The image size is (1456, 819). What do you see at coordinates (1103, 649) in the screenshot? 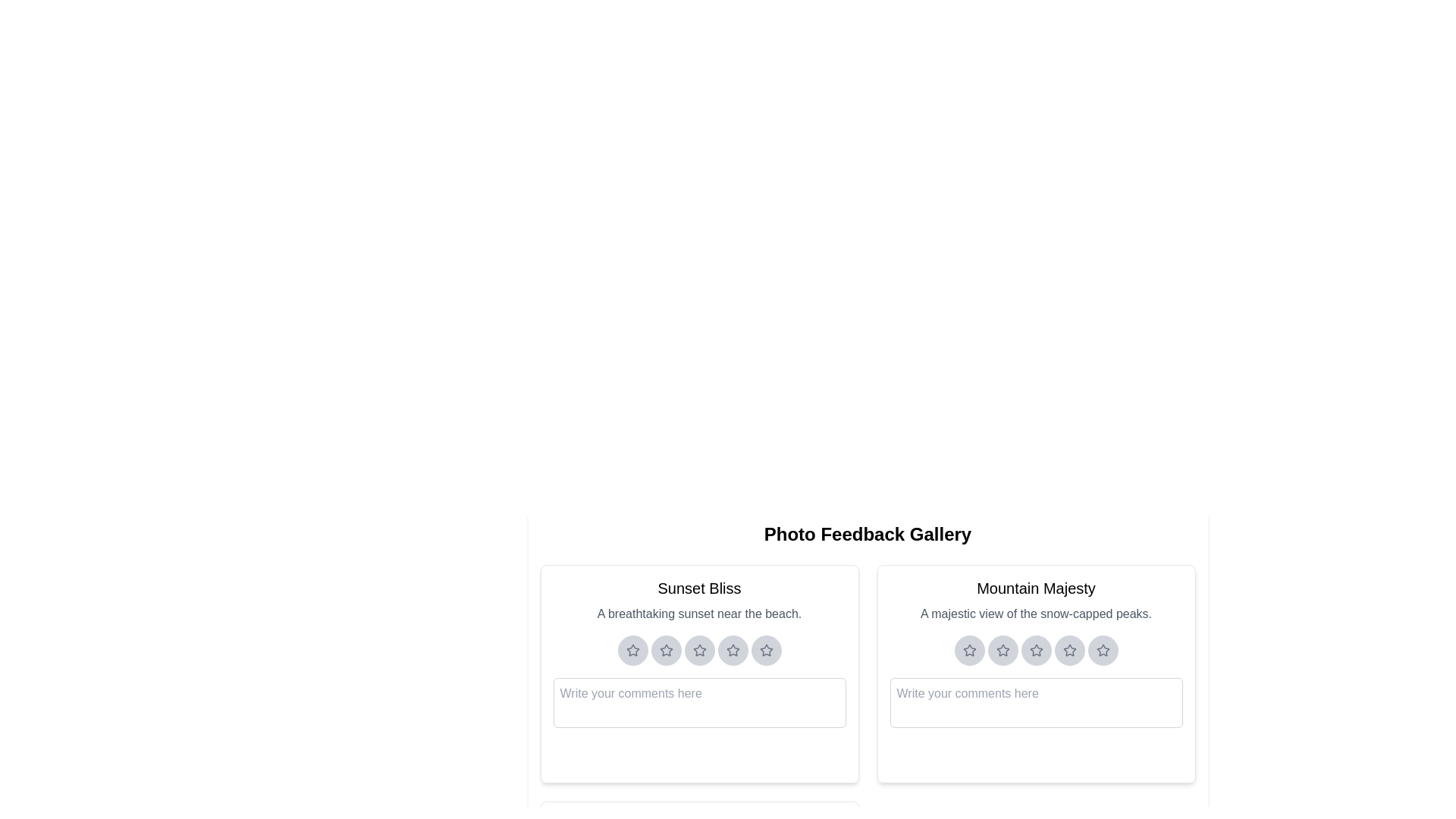
I see `the fifth outlined gray star icon in the 'Mountain Majesty' feedback section to visualize interactivity` at bounding box center [1103, 649].